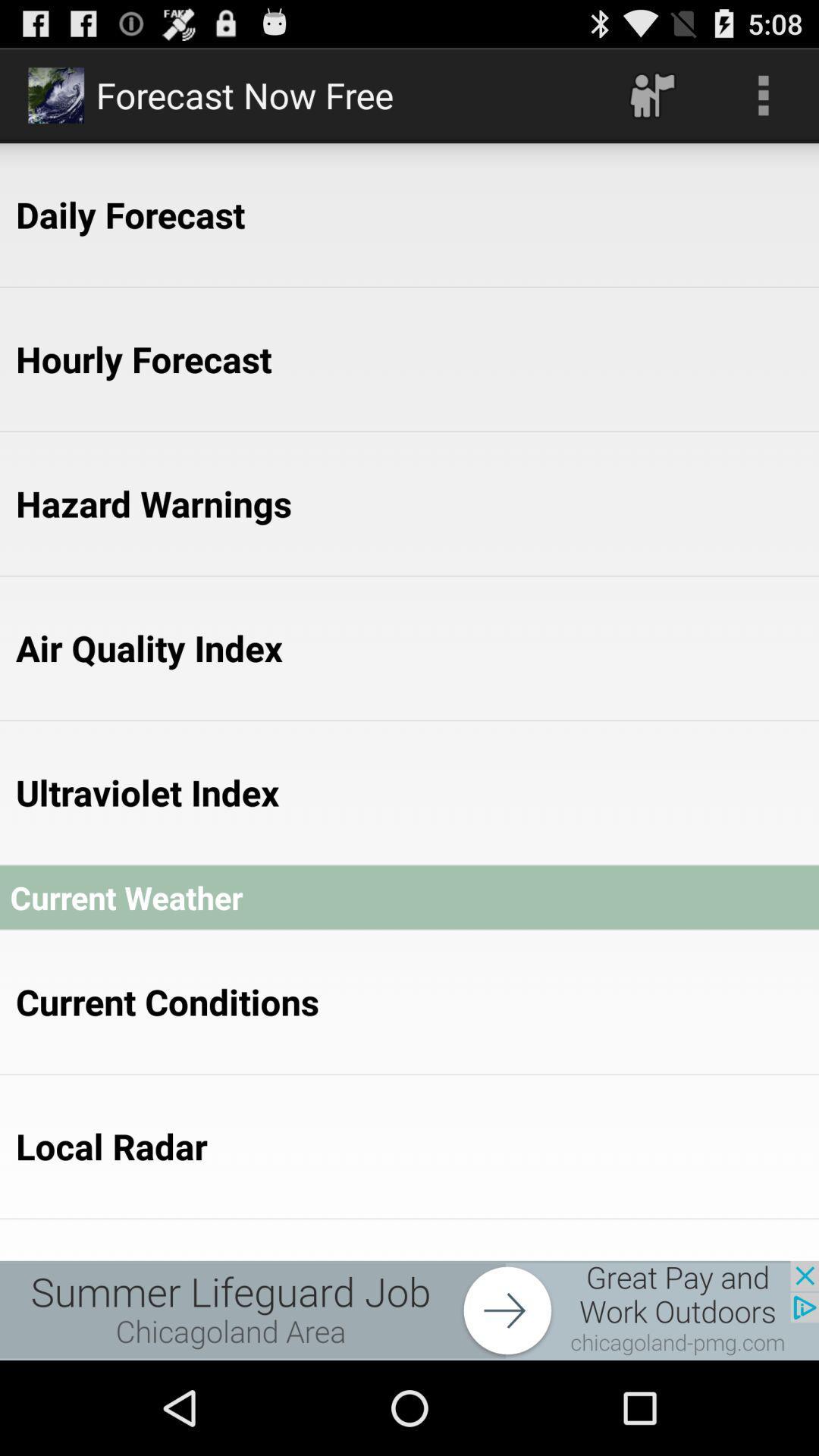 Image resolution: width=819 pixels, height=1456 pixels. I want to click on details about advertisement, so click(409, 1310).